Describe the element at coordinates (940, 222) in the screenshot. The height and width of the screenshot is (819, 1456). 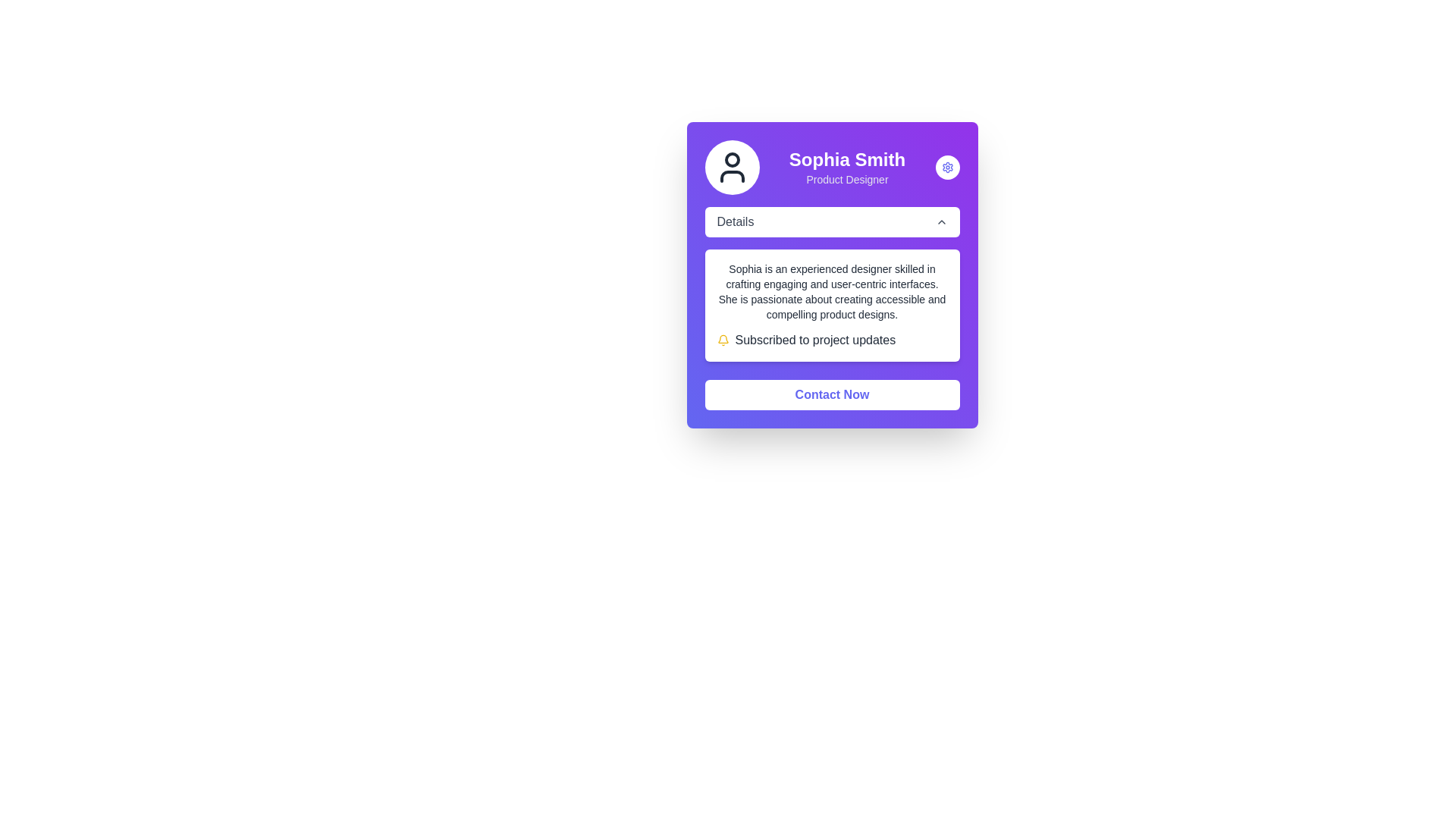
I see `the chevron-up icon located at the right end of the 'Details' button` at that location.